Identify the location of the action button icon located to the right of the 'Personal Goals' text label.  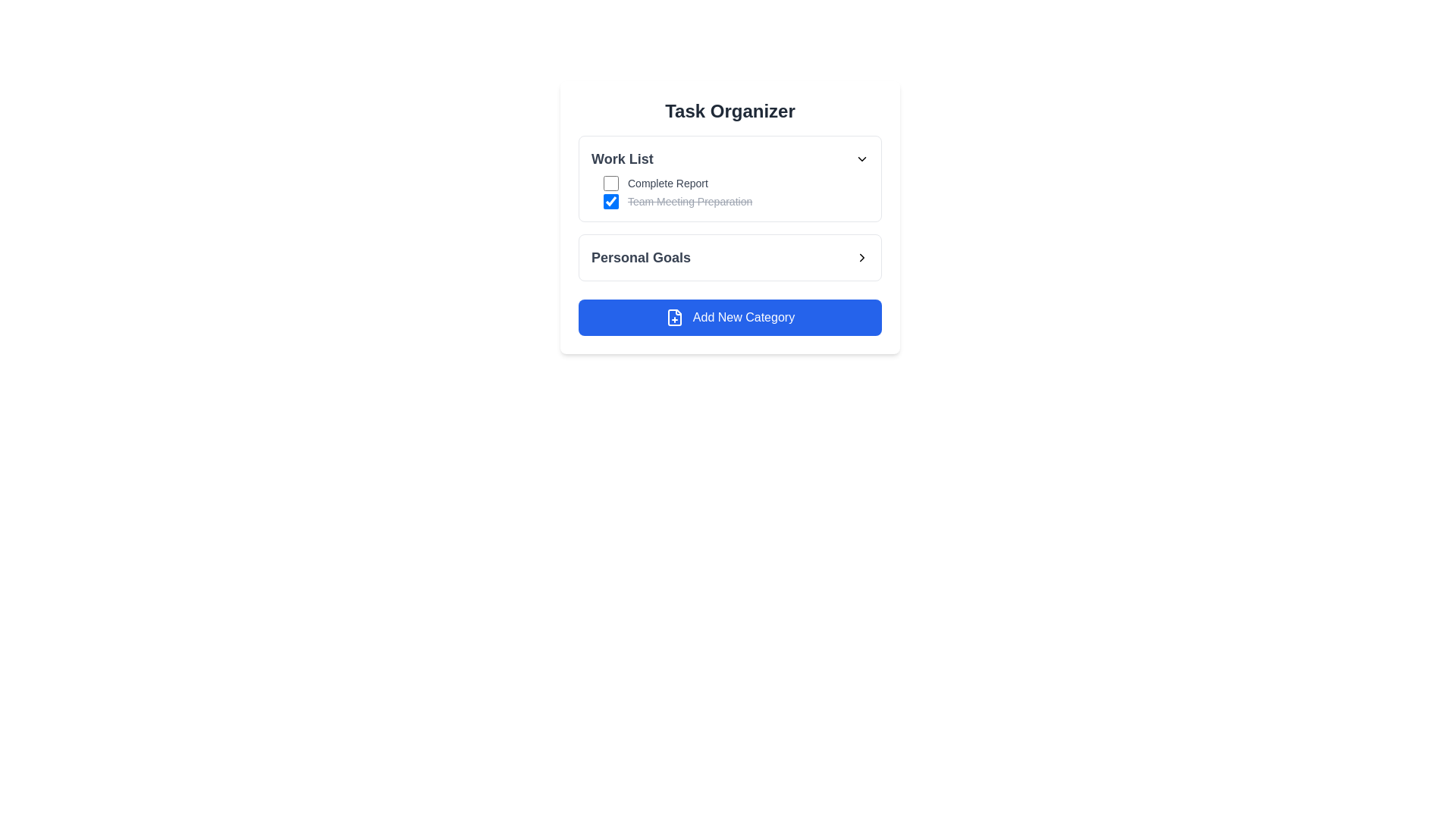
(862, 256).